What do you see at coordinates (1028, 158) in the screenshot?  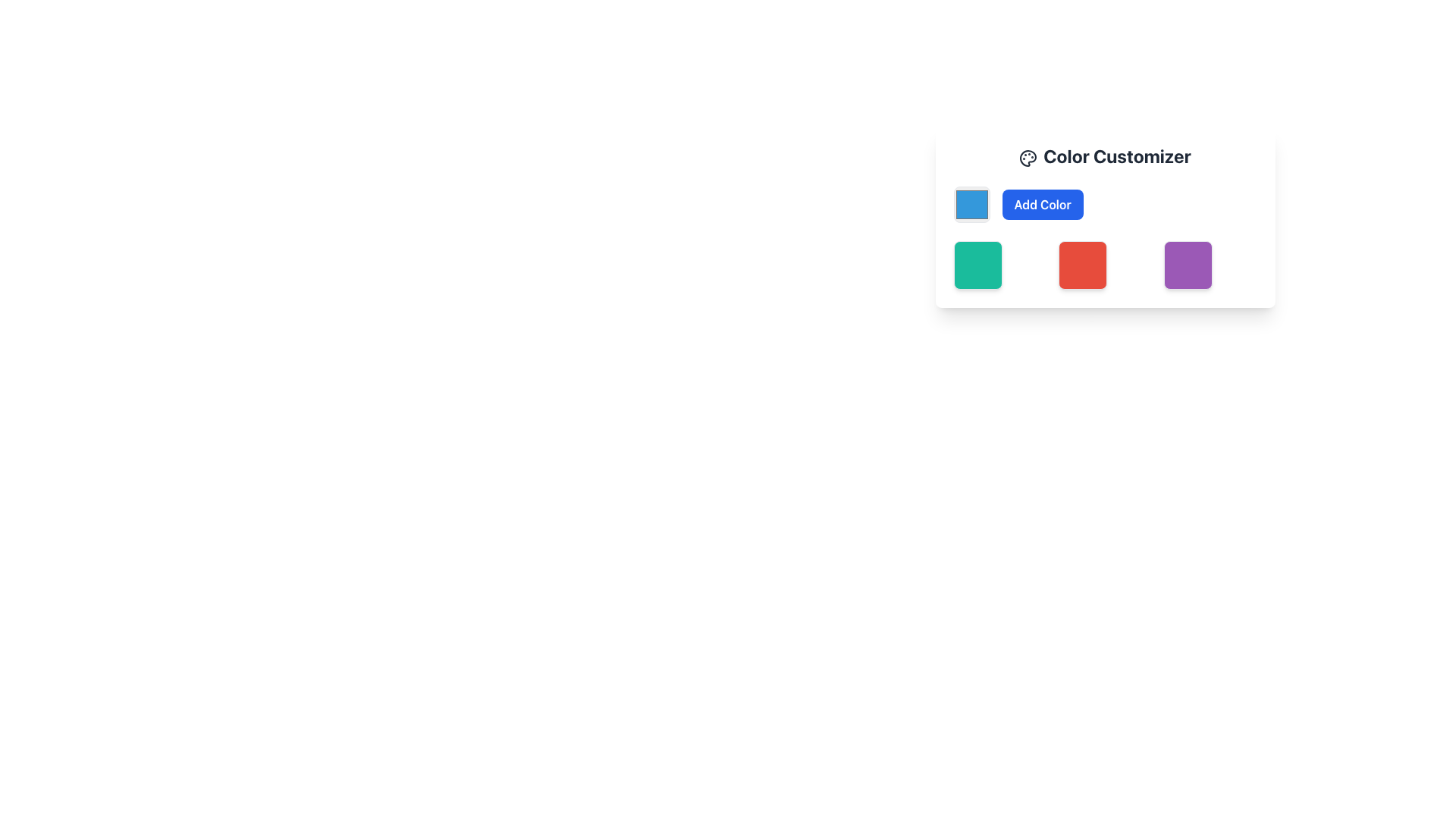 I see `the color palette icon located to the left of the 'Color Customizer' text in the header area` at bounding box center [1028, 158].